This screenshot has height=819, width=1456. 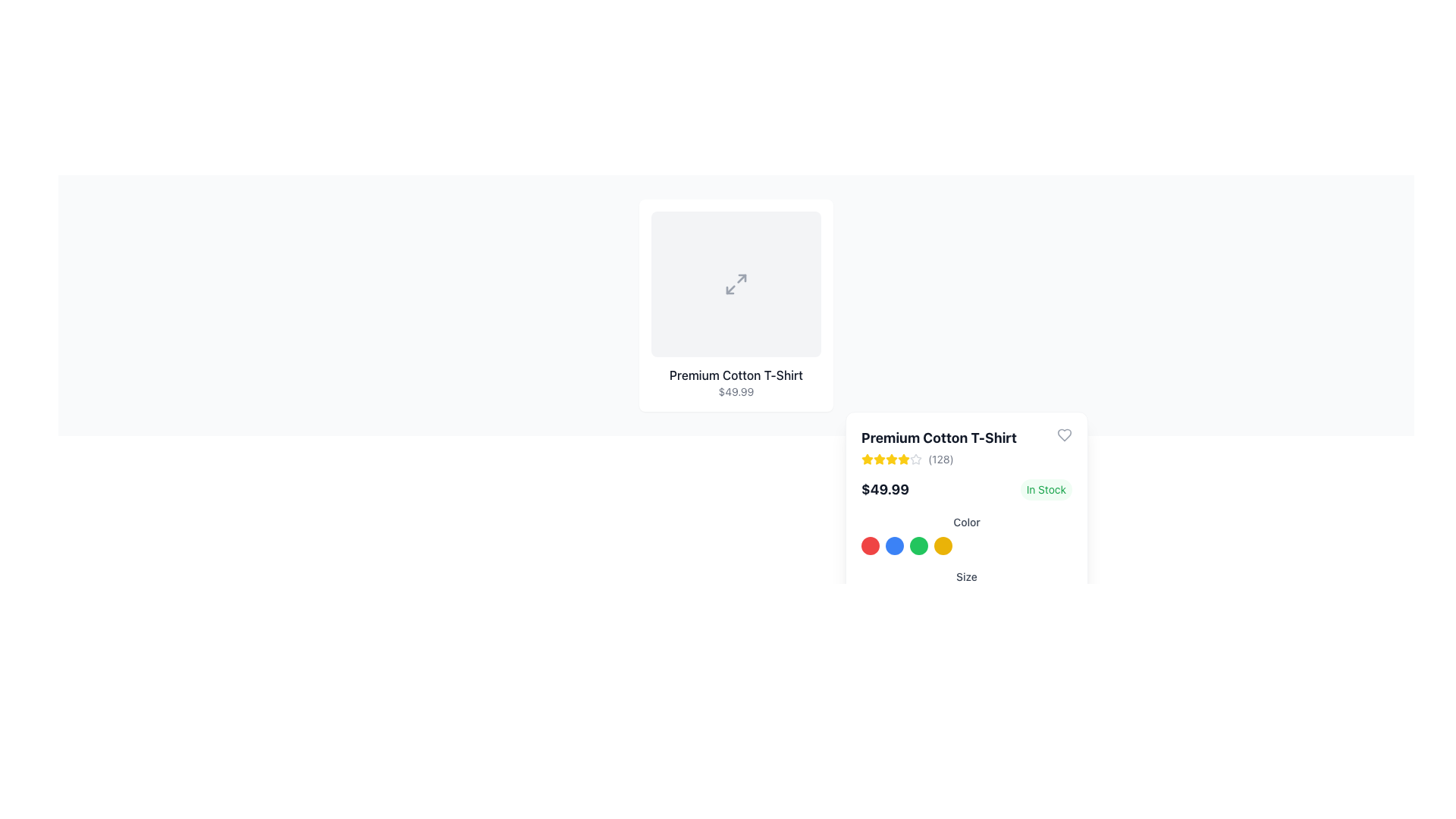 I want to click on the hollow light gray star icon in the rating section at the top-left corner of the product information card, so click(x=915, y=458).